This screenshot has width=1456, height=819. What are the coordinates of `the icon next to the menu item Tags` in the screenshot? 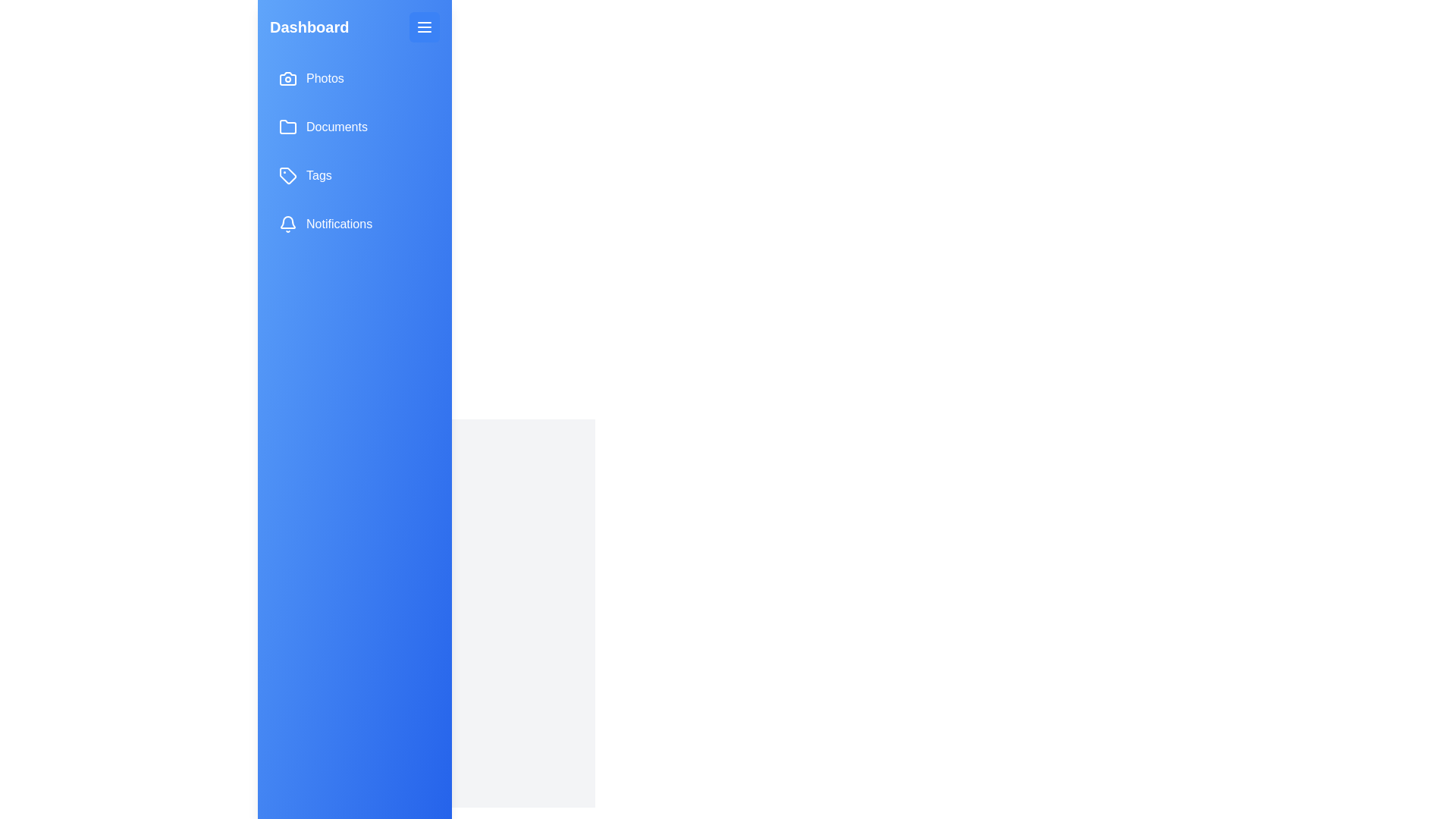 It's located at (287, 174).